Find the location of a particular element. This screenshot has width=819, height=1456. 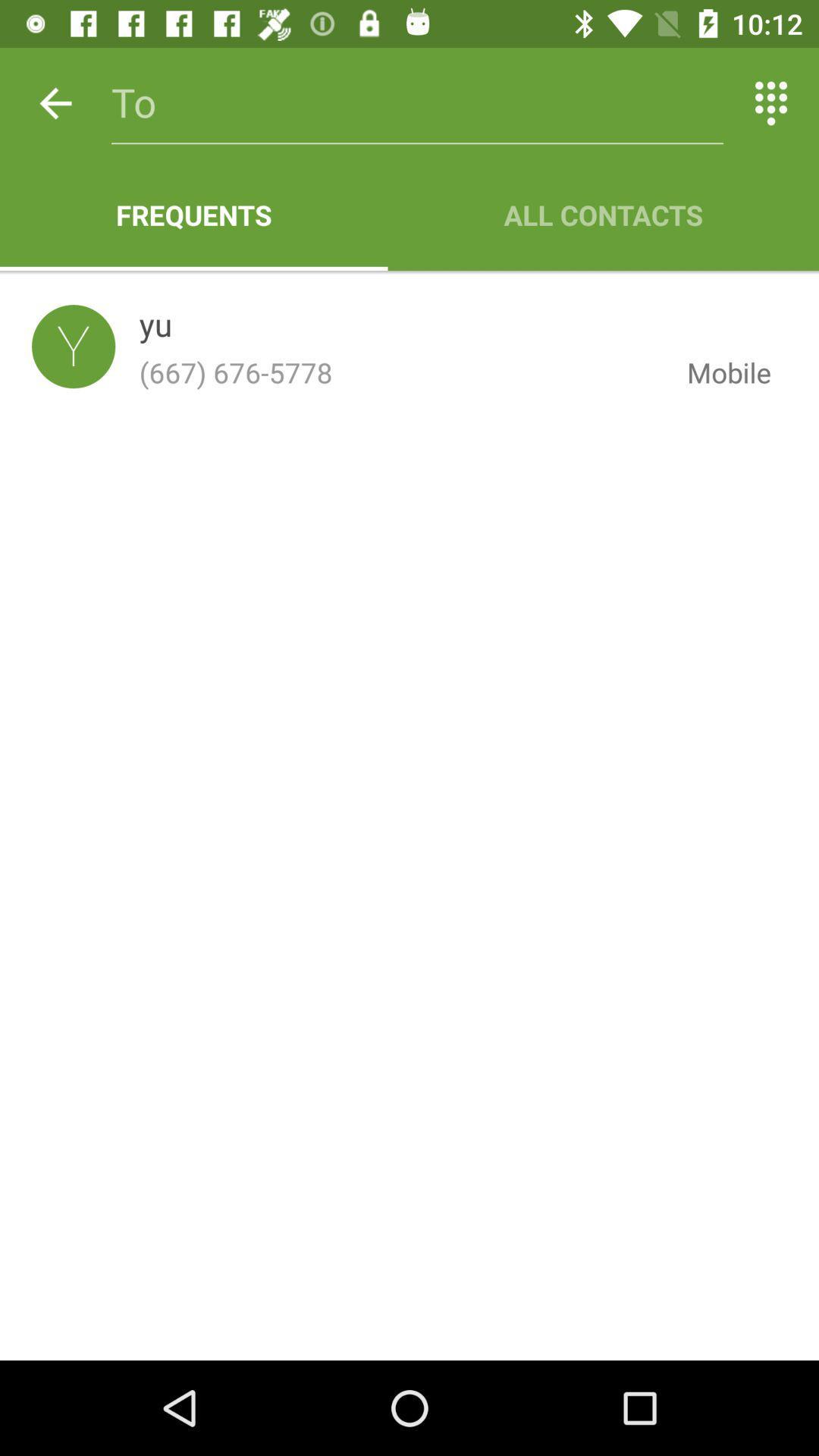

the icon to the left of mobile icon is located at coordinates (155, 327).